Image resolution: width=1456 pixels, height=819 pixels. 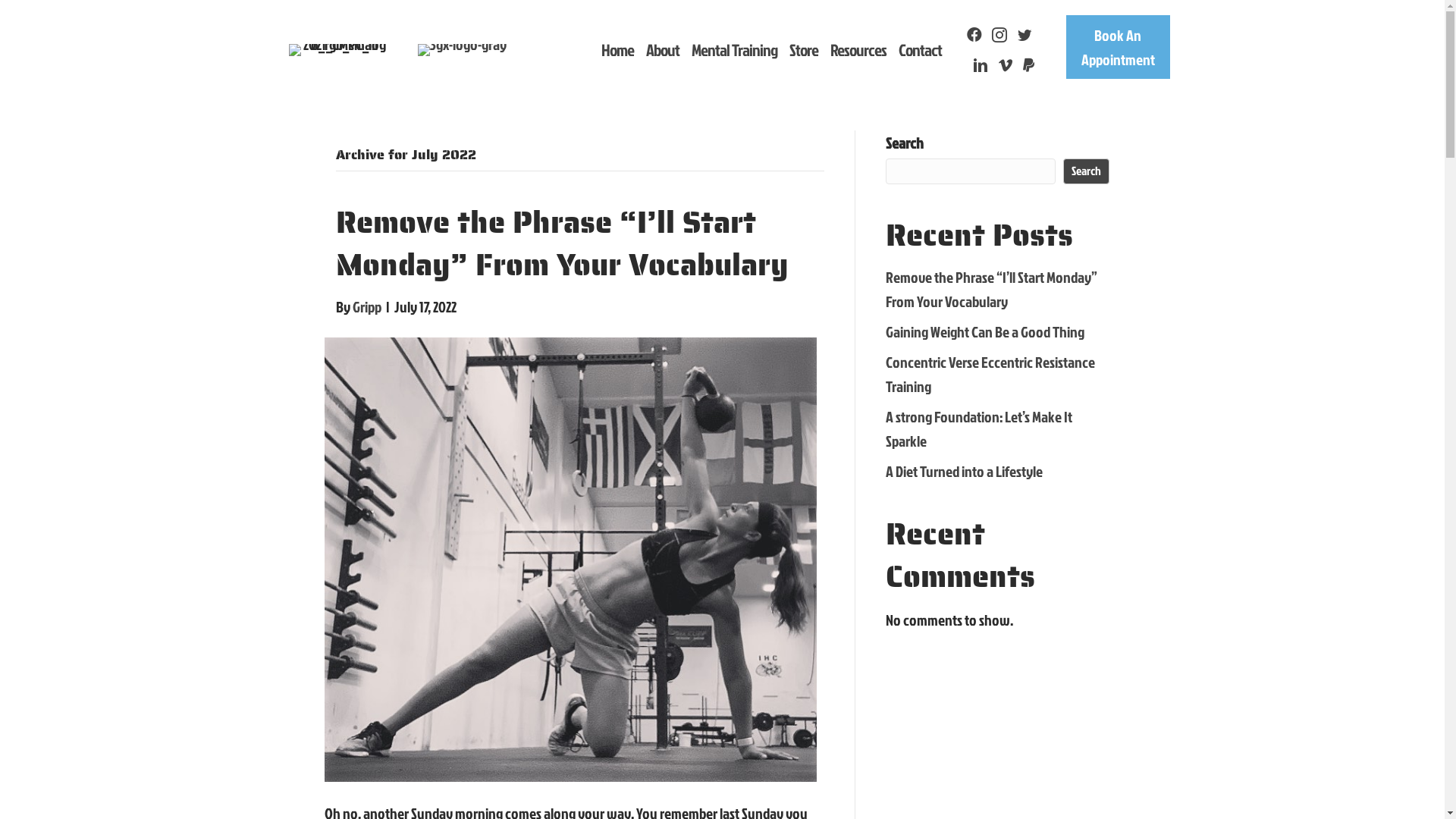 What do you see at coordinates (919, 49) in the screenshot?
I see `'Contact'` at bounding box center [919, 49].